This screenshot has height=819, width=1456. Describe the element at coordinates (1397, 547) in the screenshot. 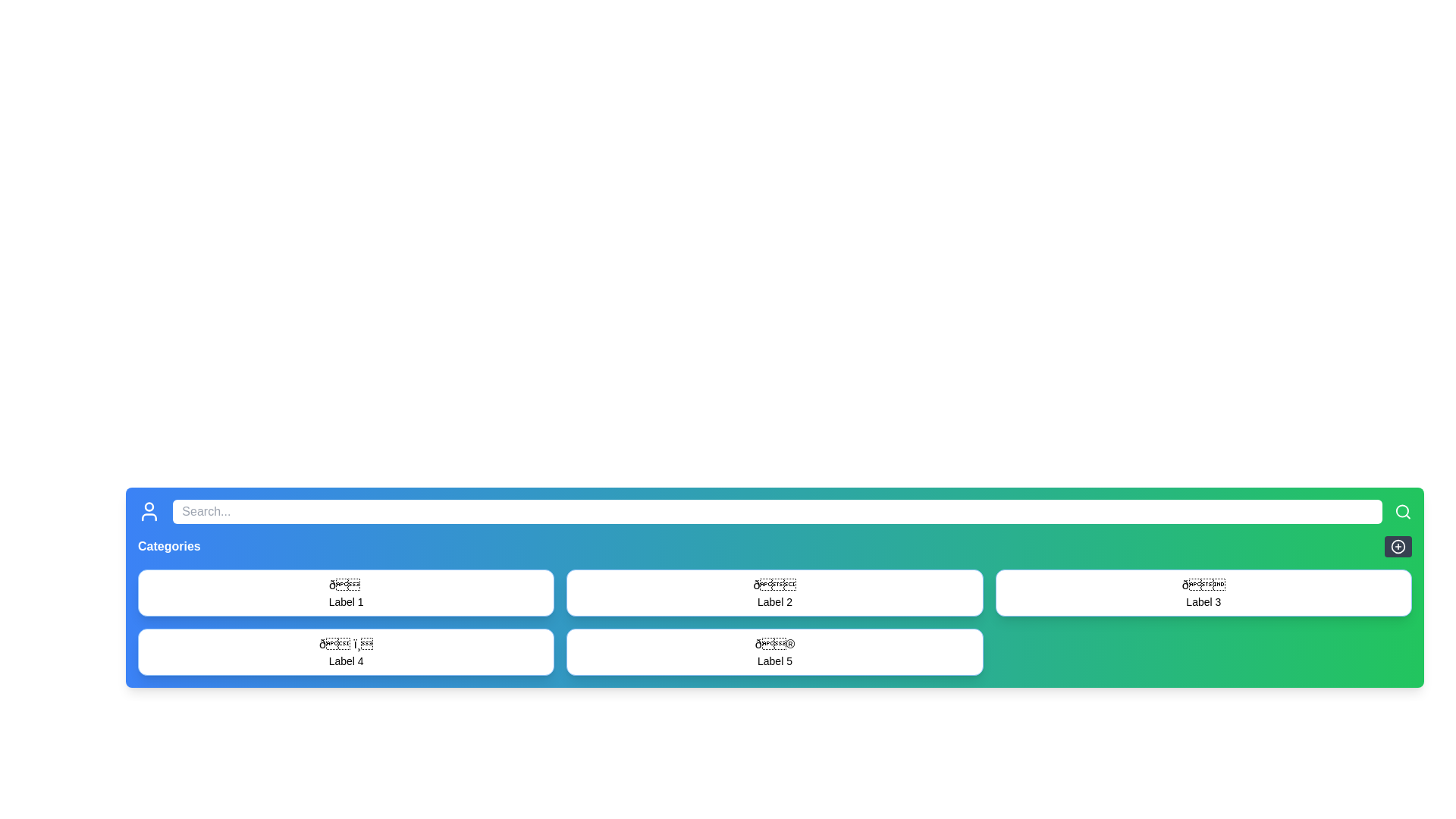

I see `circular SVG shape component that serves as part of a decorative and interactive visual element, located at the top-right corner of the panel` at that location.